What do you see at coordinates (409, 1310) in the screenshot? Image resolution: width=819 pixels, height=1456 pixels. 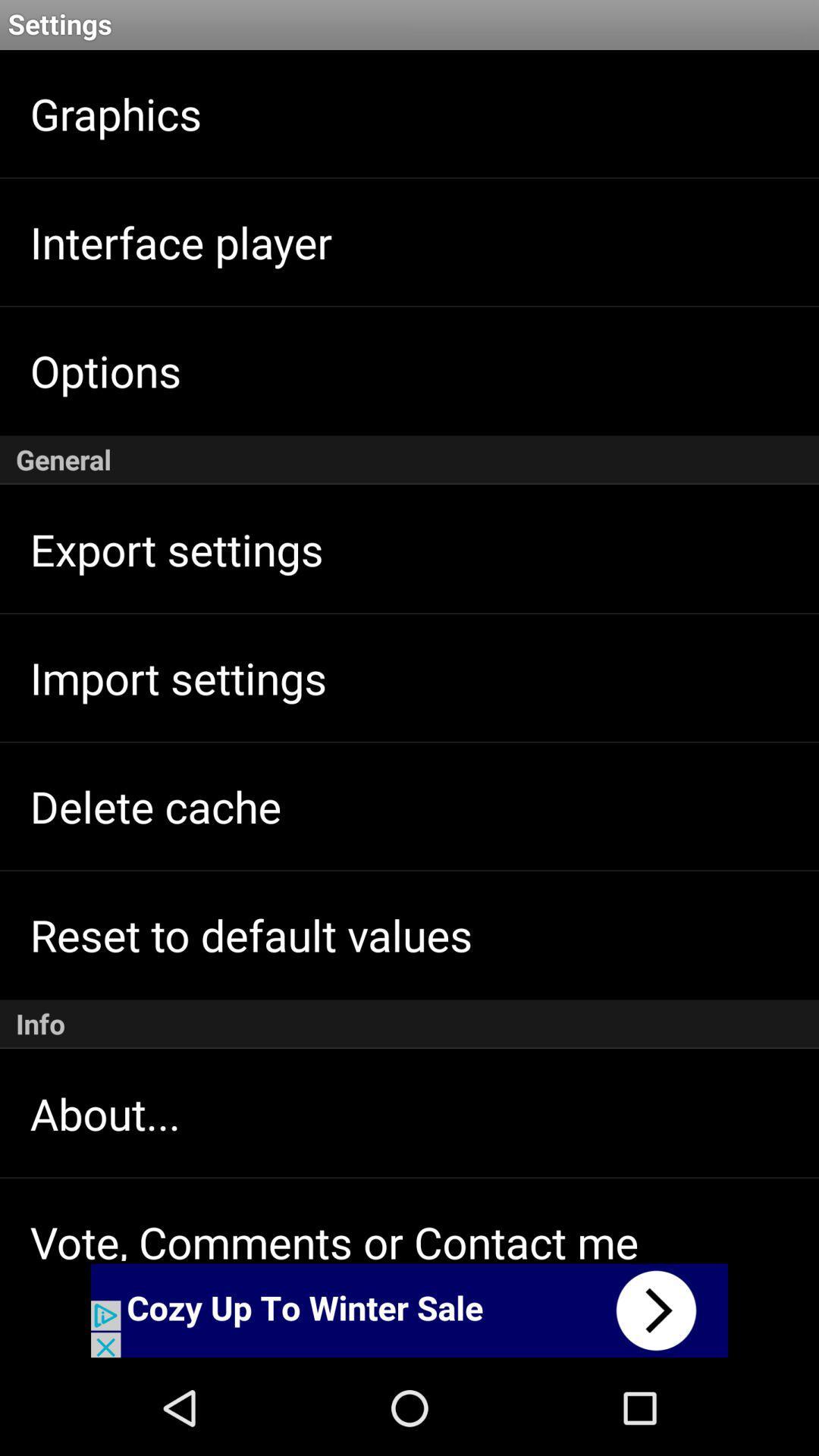 I see `advetisement link` at bounding box center [409, 1310].